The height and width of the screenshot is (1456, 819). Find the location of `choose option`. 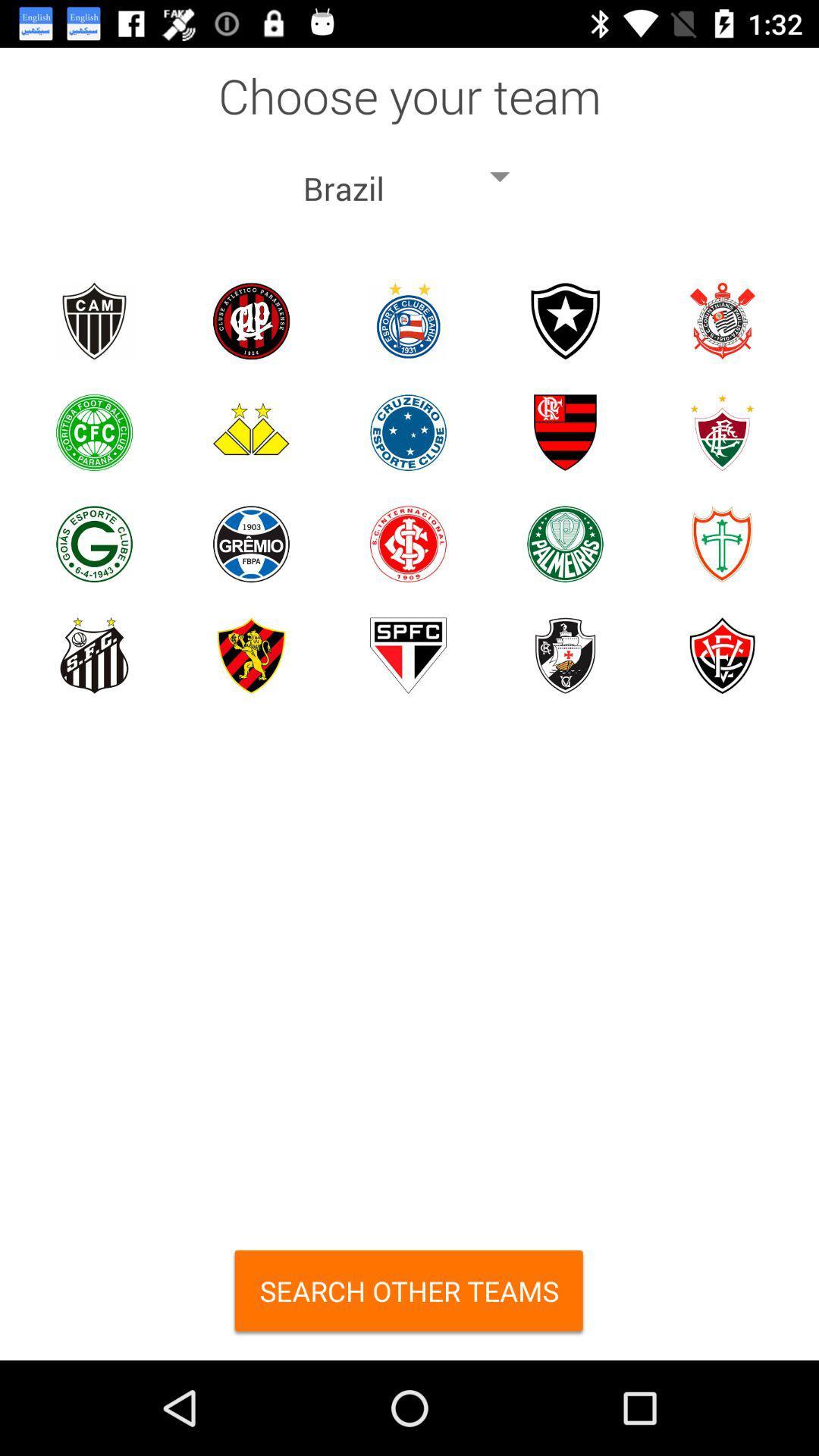

choose option is located at coordinates (94, 320).